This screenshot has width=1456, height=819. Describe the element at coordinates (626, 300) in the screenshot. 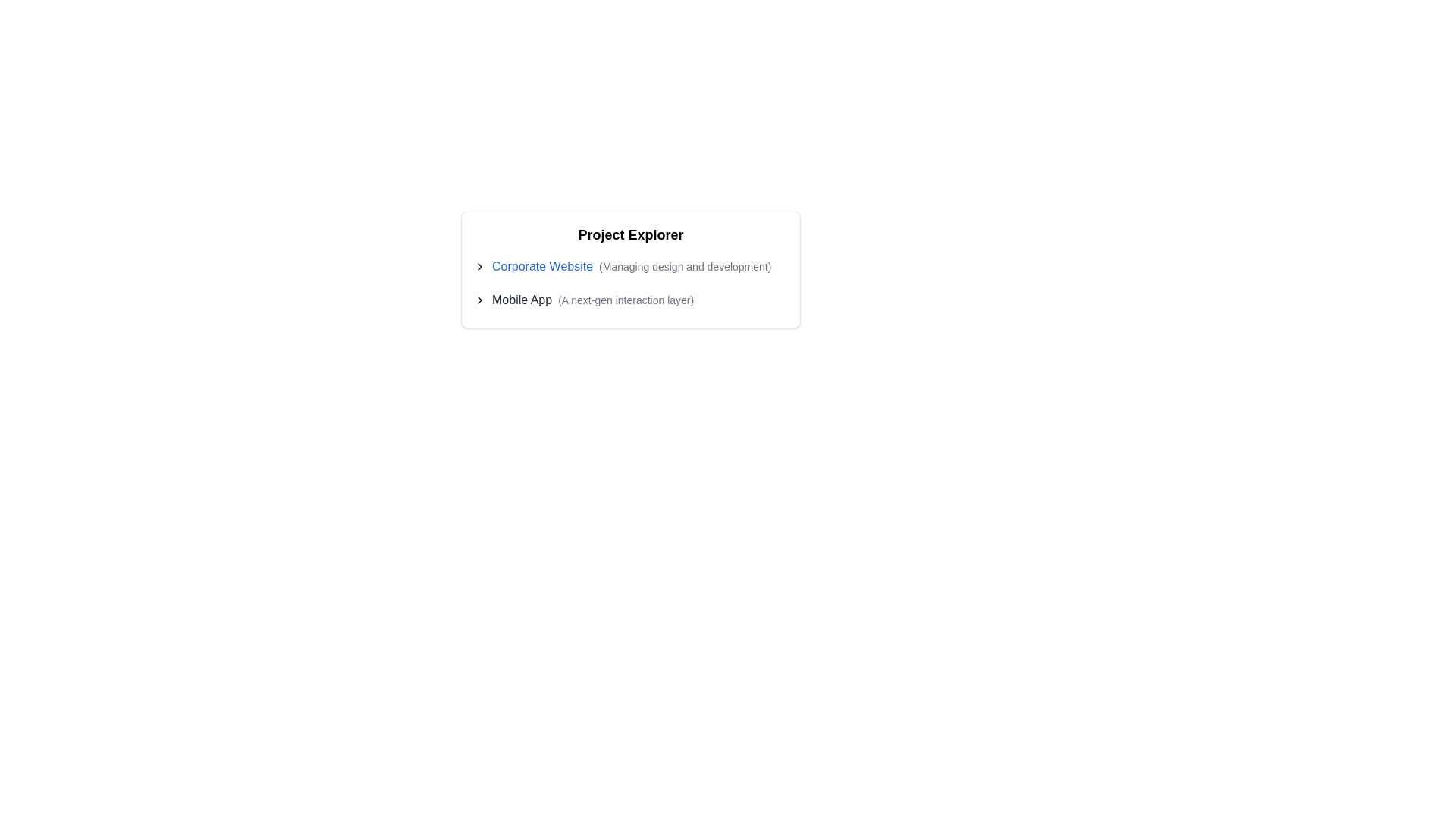

I see `descriptive subtitle text located in the second line of the 'Project Explorer' list, positioned to the right of 'Mobile App'` at that location.